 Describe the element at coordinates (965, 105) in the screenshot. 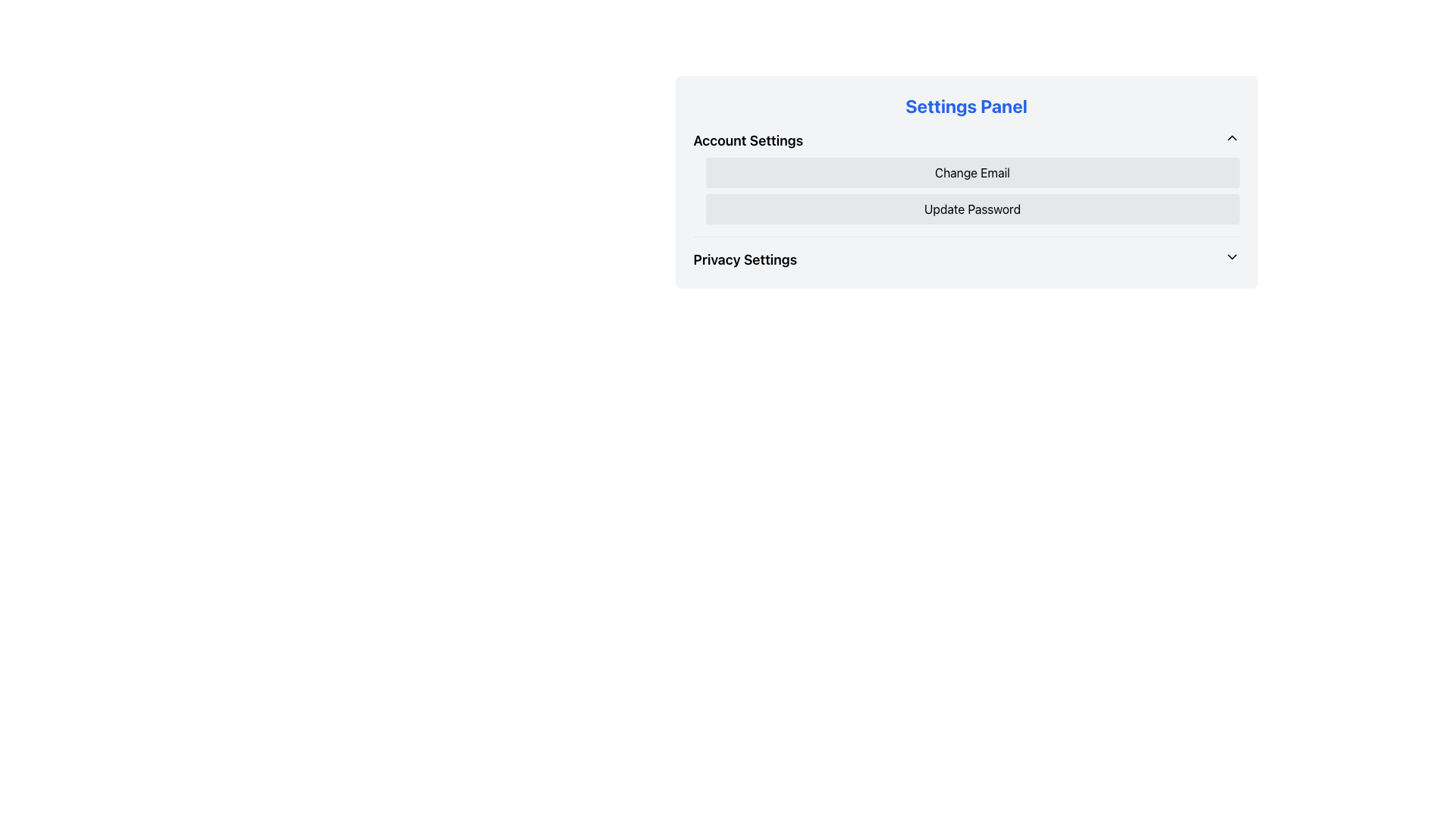

I see `the 'Settings Panel' heading, which is styled with a bold, extra-large blue font and is positioned at the top of the panel interface` at that location.